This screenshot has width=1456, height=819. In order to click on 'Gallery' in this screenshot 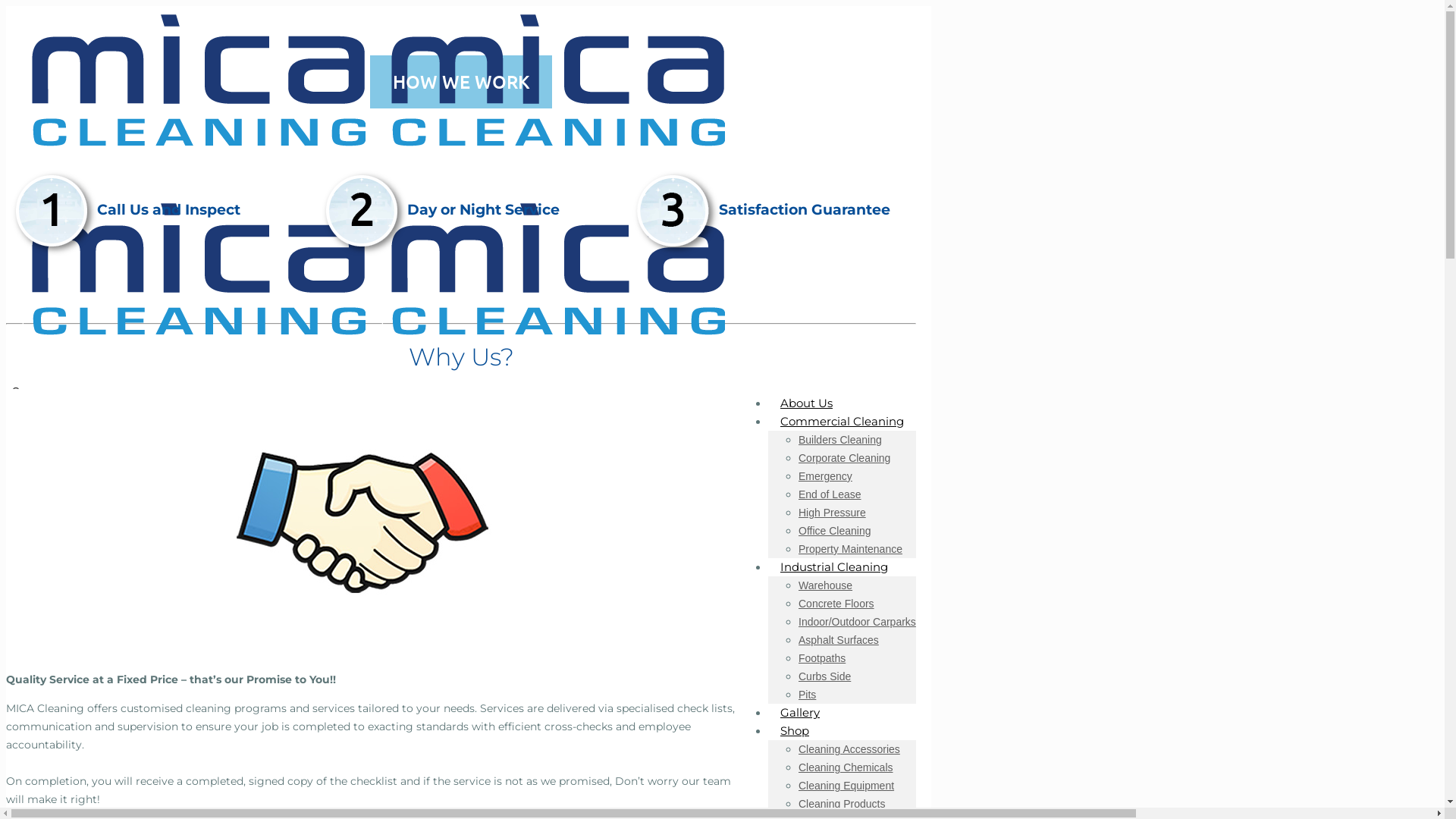, I will do `click(799, 712)`.